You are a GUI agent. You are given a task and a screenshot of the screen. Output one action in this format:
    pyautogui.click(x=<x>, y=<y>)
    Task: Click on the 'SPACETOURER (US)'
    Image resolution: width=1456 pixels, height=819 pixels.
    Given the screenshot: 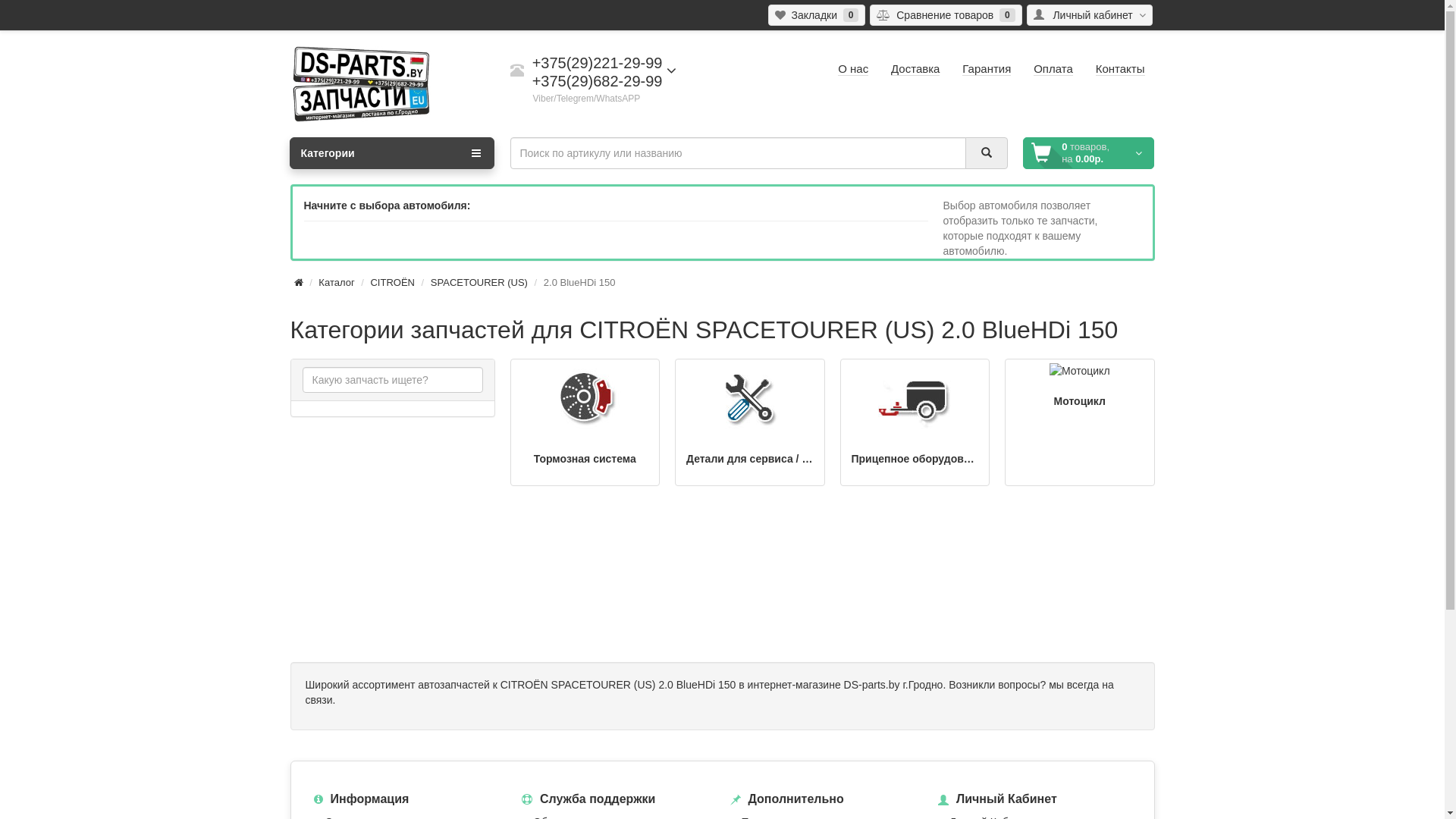 What is the action you would take?
    pyautogui.click(x=479, y=282)
    